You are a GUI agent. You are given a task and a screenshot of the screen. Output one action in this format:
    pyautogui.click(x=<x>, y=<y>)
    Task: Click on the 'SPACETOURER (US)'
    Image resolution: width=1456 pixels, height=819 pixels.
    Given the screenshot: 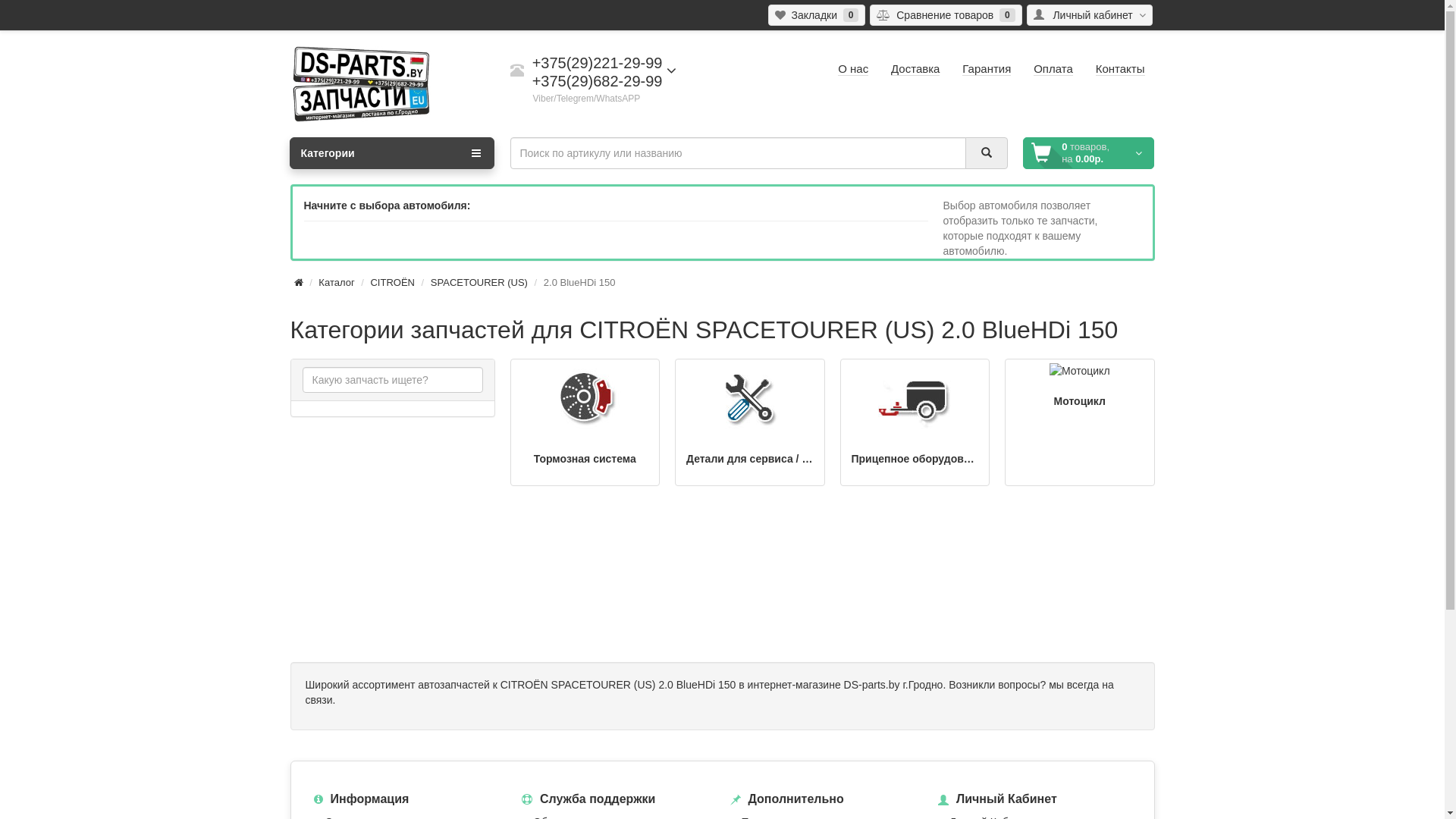 What is the action you would take?
    pyautogui.click(x=479, y=282)
    